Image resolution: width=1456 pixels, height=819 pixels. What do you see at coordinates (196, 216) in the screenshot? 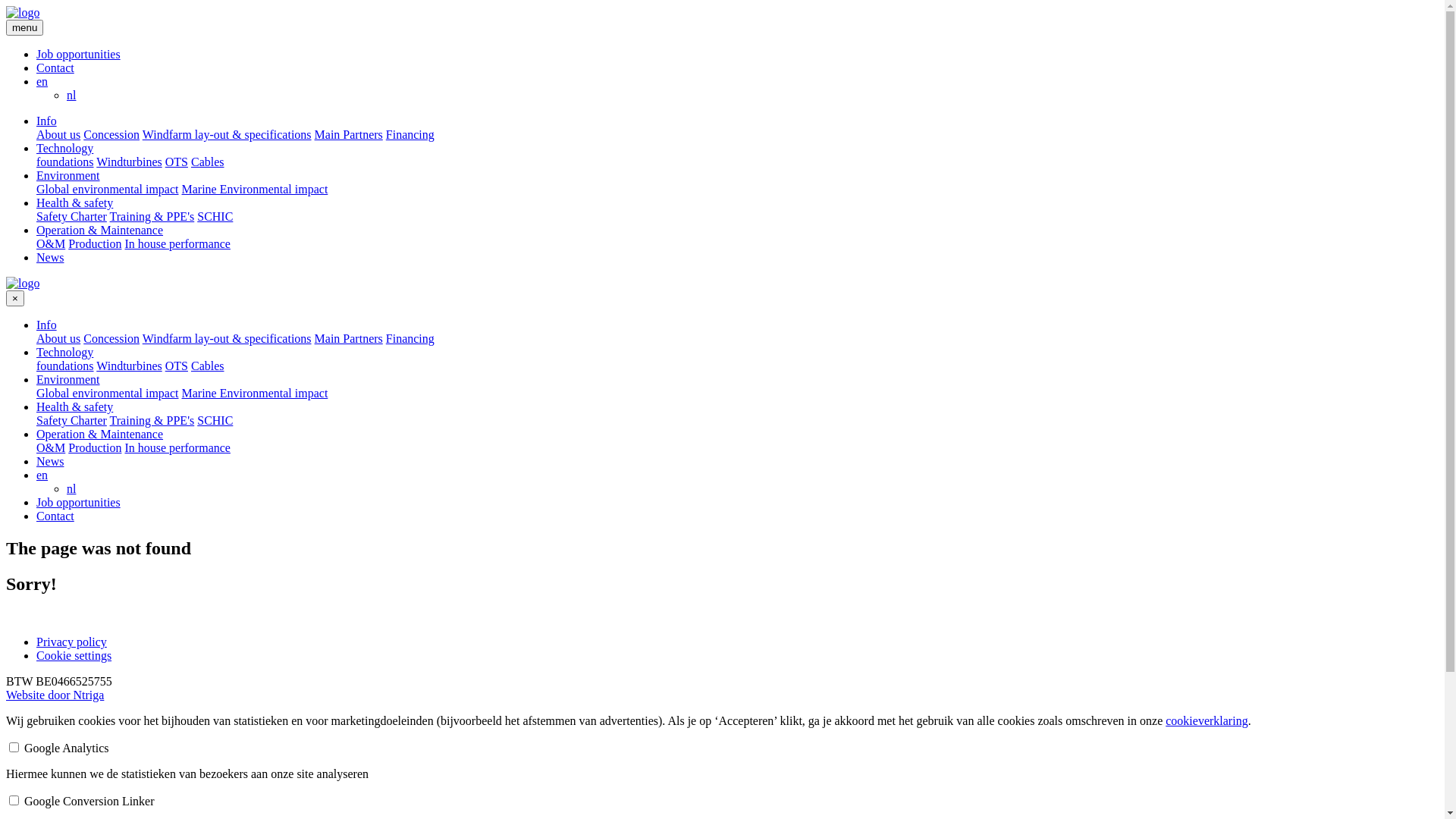
I see `'SCHIC'` at bounding box center [196, 216].